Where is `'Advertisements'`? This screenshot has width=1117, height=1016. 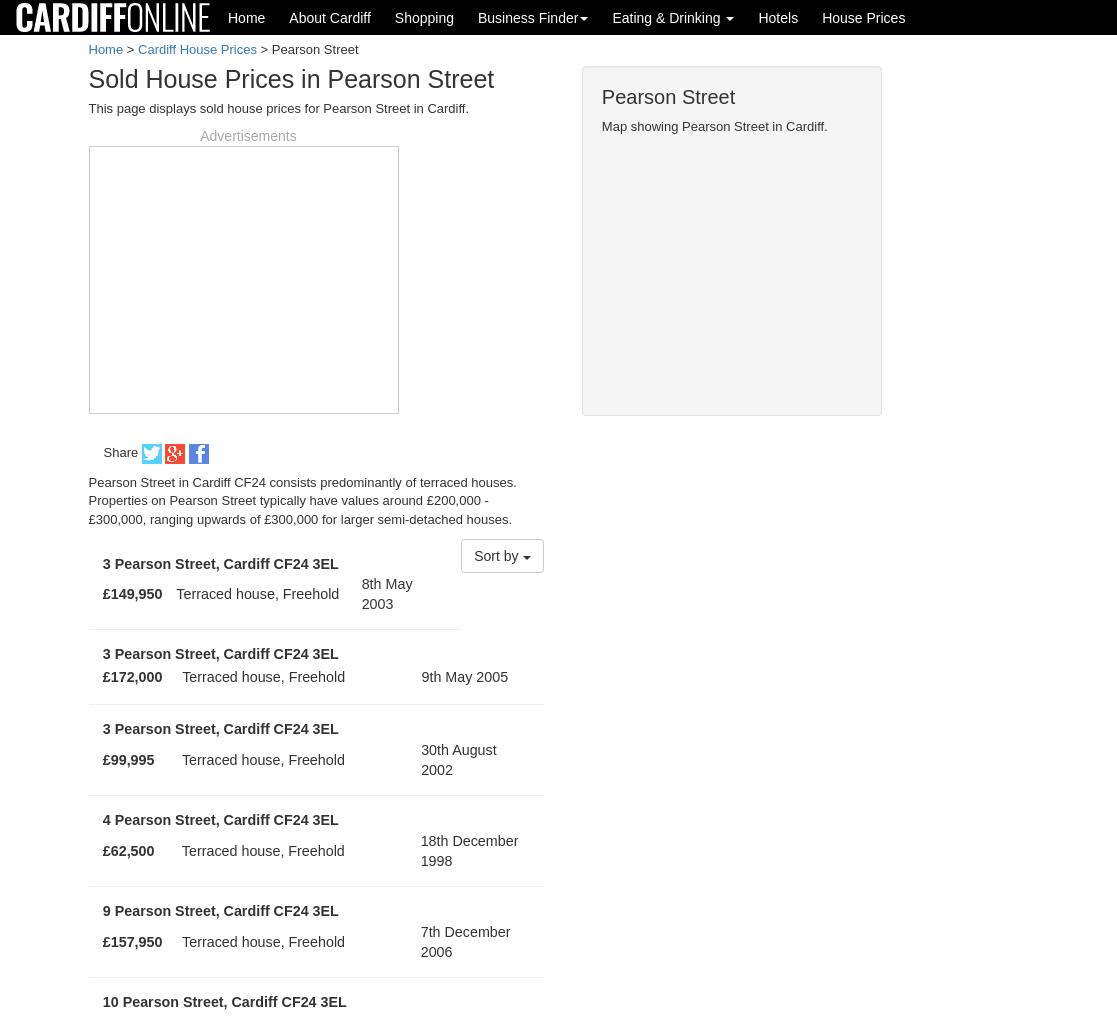 'Advertisements' is located at coordinates (199, 134).